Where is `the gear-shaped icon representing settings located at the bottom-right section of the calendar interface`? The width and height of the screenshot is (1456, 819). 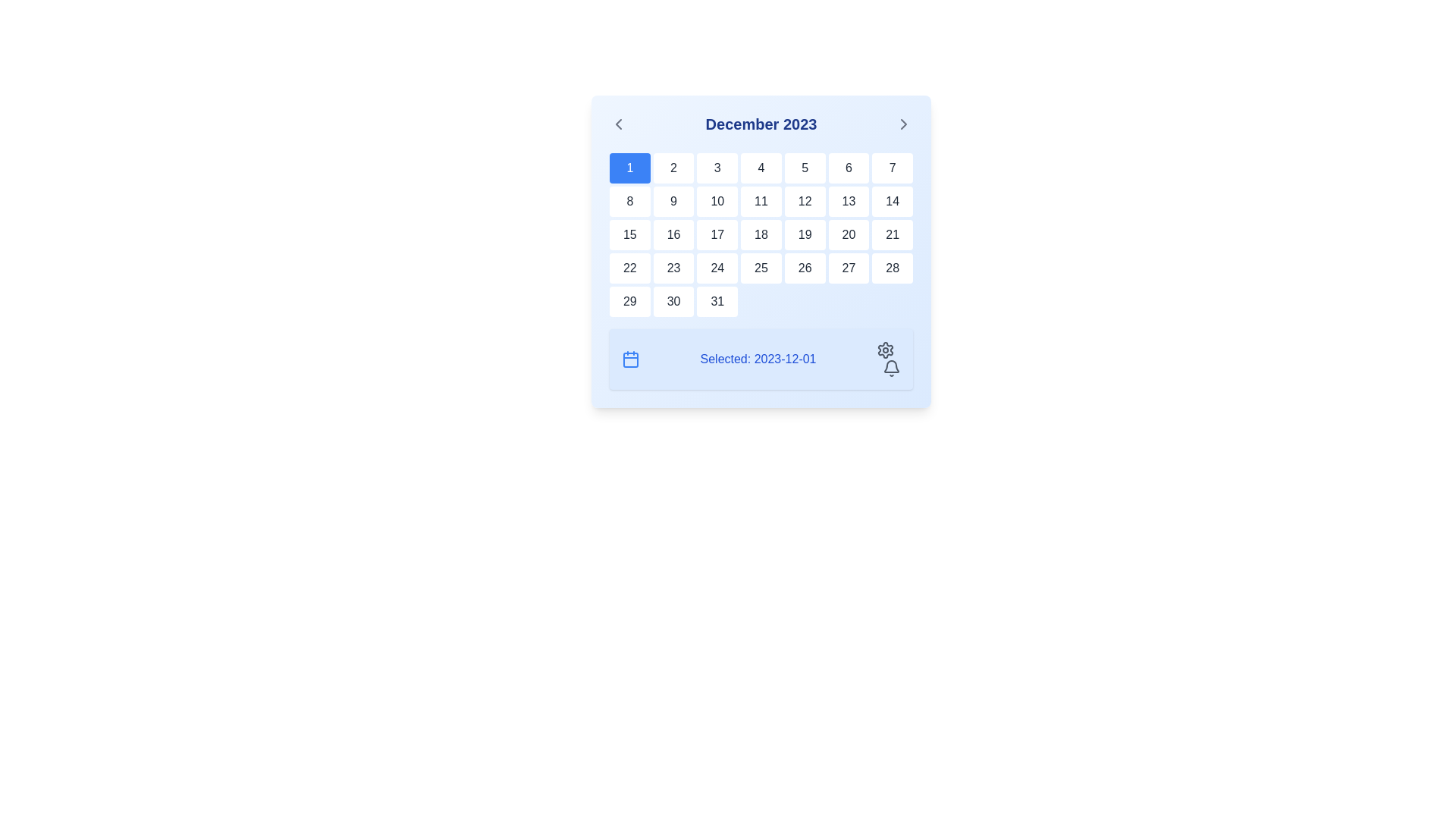 the gear-shaped icon representing settings located at the bottom-right section of the calendar interface is located at coordinates (885, 350).